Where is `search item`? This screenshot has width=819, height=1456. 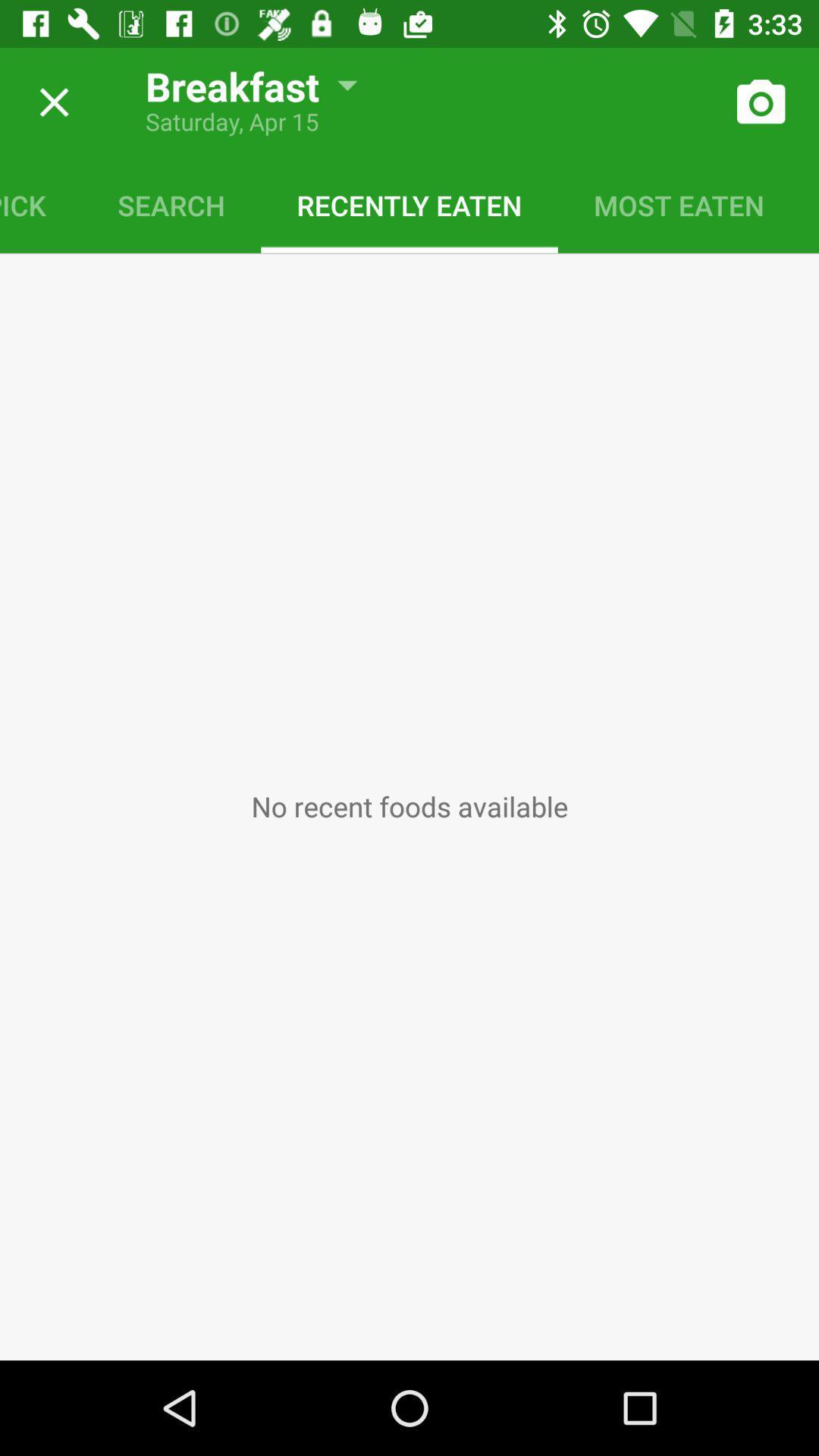 search item is located at coordinates (171, 204).